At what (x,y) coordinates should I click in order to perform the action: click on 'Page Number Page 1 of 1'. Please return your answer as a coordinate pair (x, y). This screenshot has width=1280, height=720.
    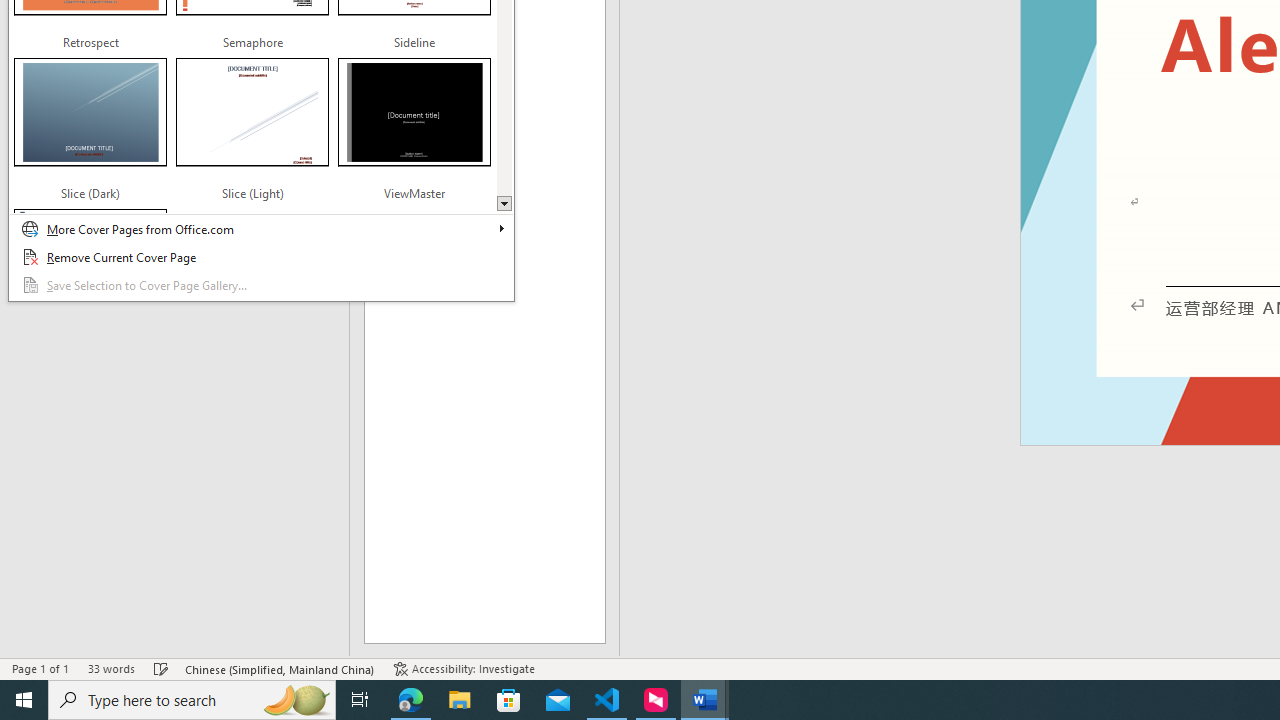
    Looking at the image, I should click on (40, 669).